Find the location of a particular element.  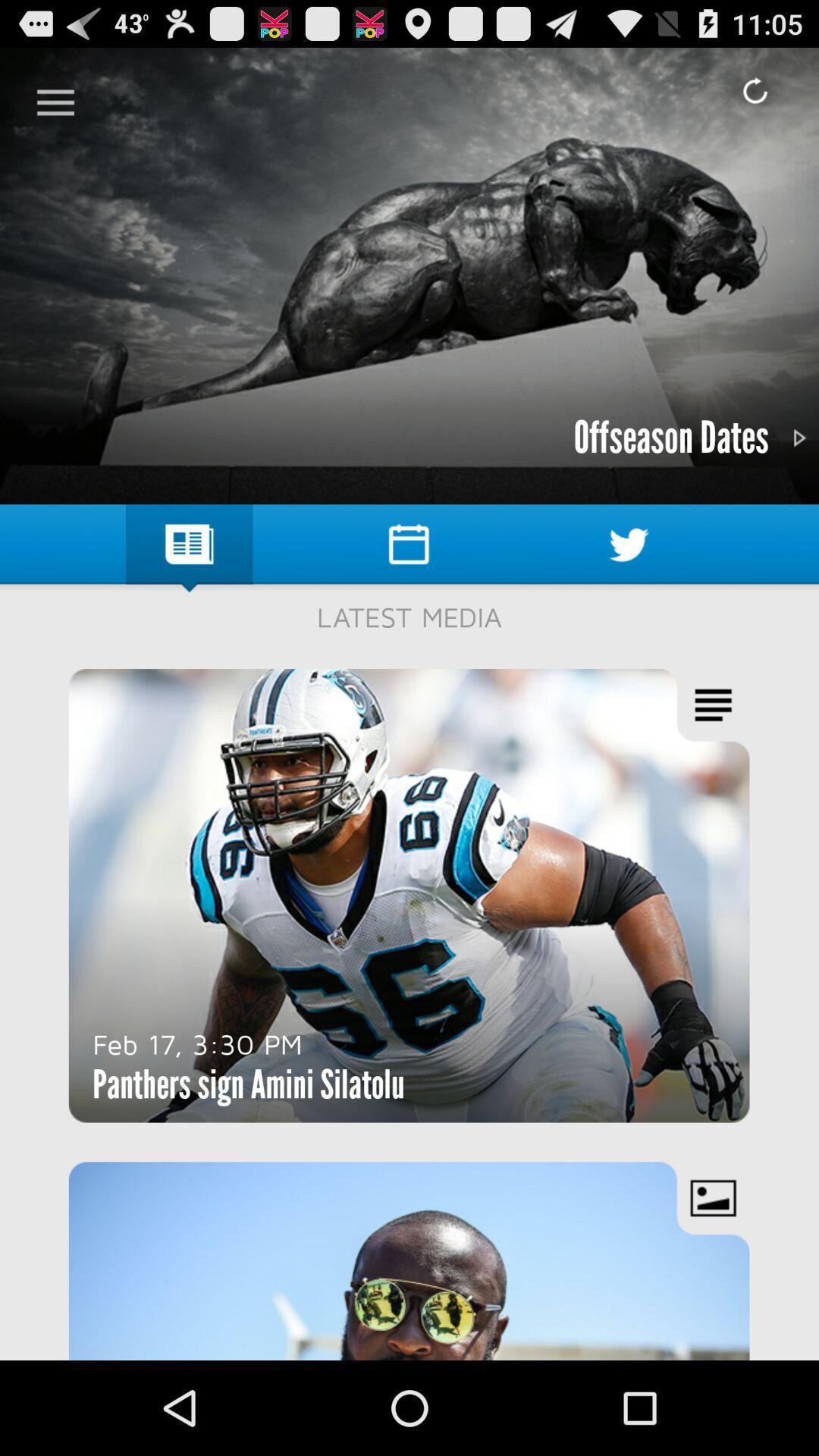

the the symbol which is left hand side of the bird symbol is located at coordinates (408, 544).